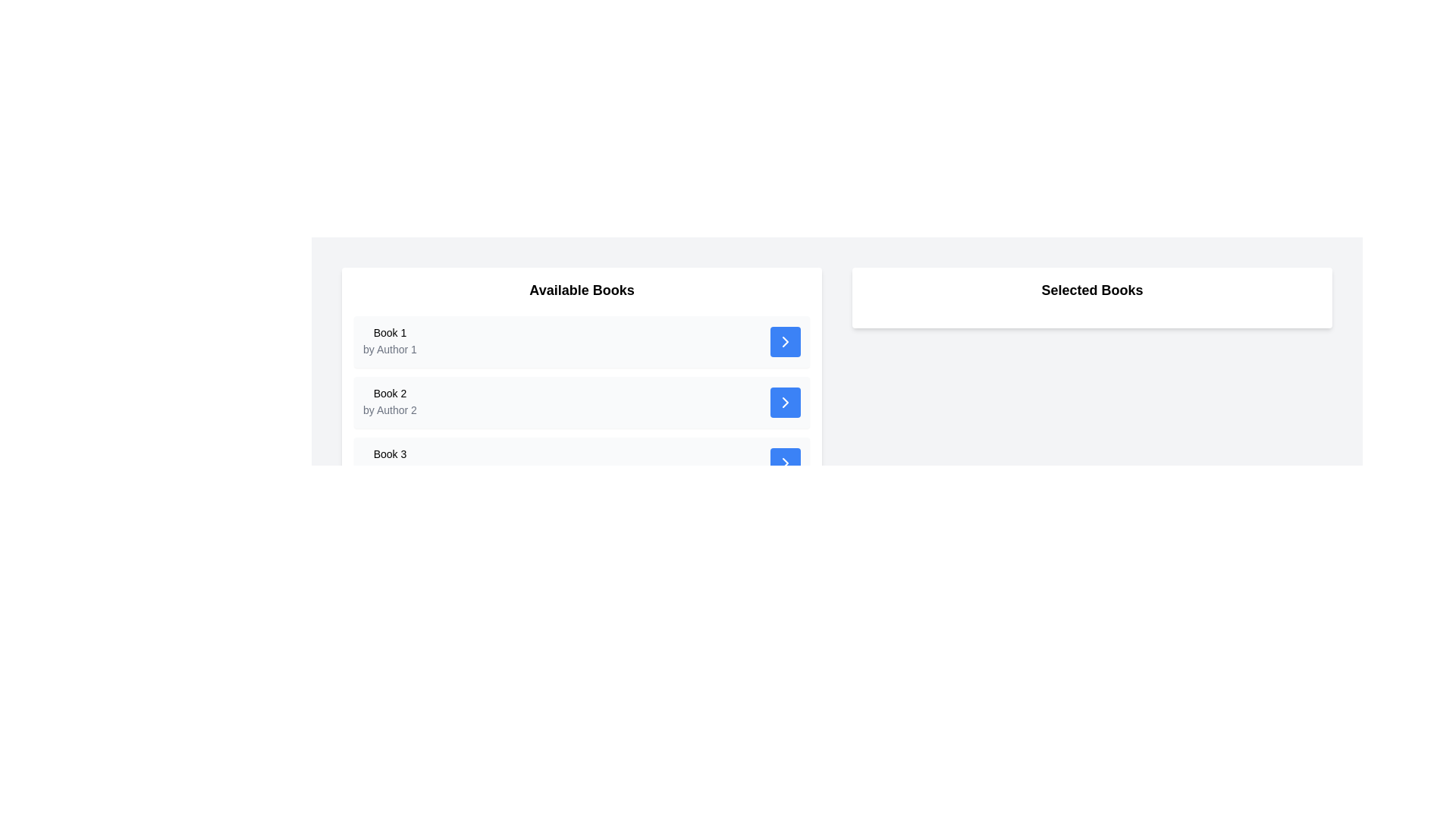  Describe the element at coordinates (786, 342) in the screenshot. I see `the chevron icon within the button that navigates to 'Book 3 by Author 3'` at that location.